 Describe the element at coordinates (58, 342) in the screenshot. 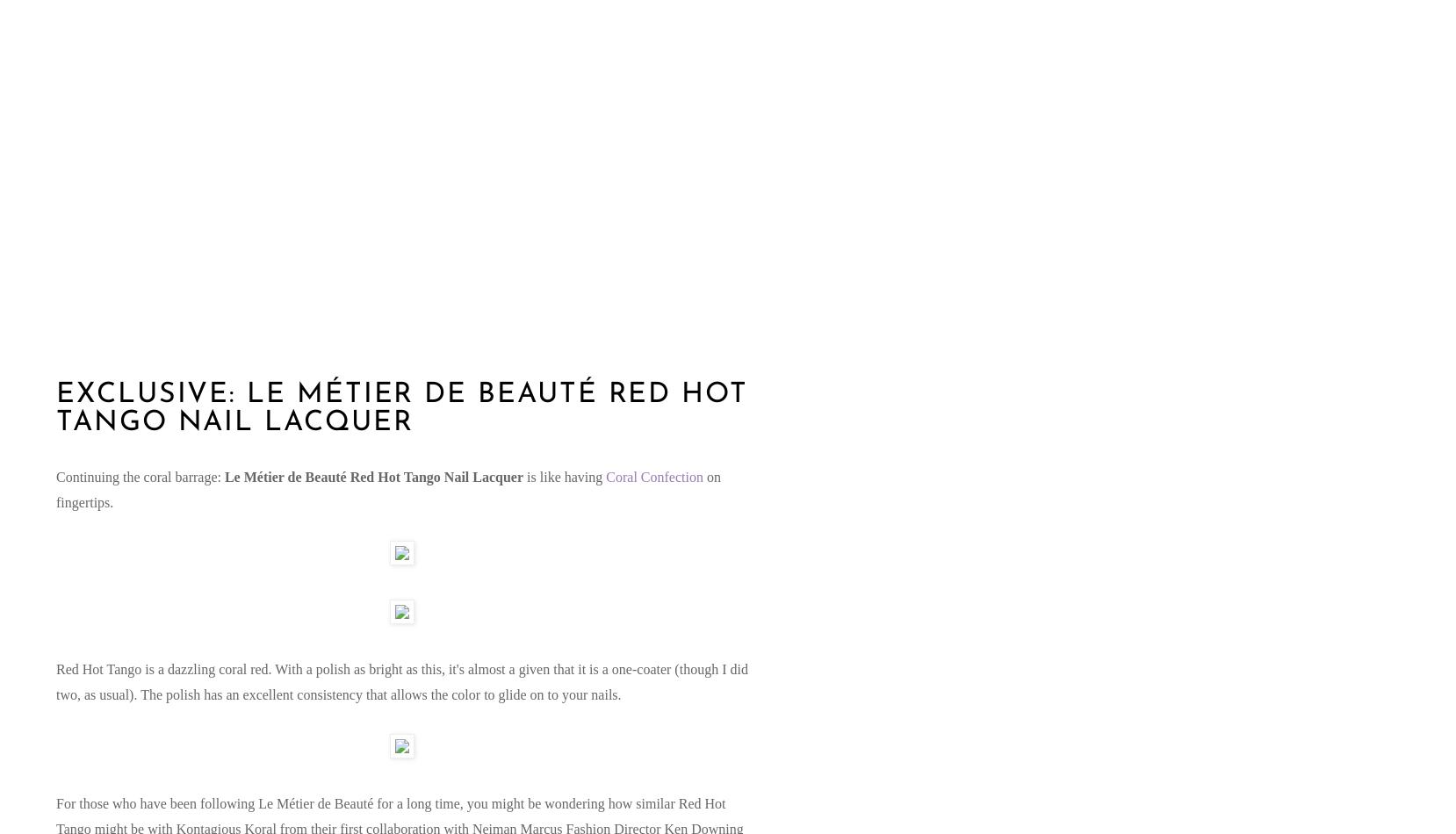

I see `'Saturday, June 2, 2012'` at that location.